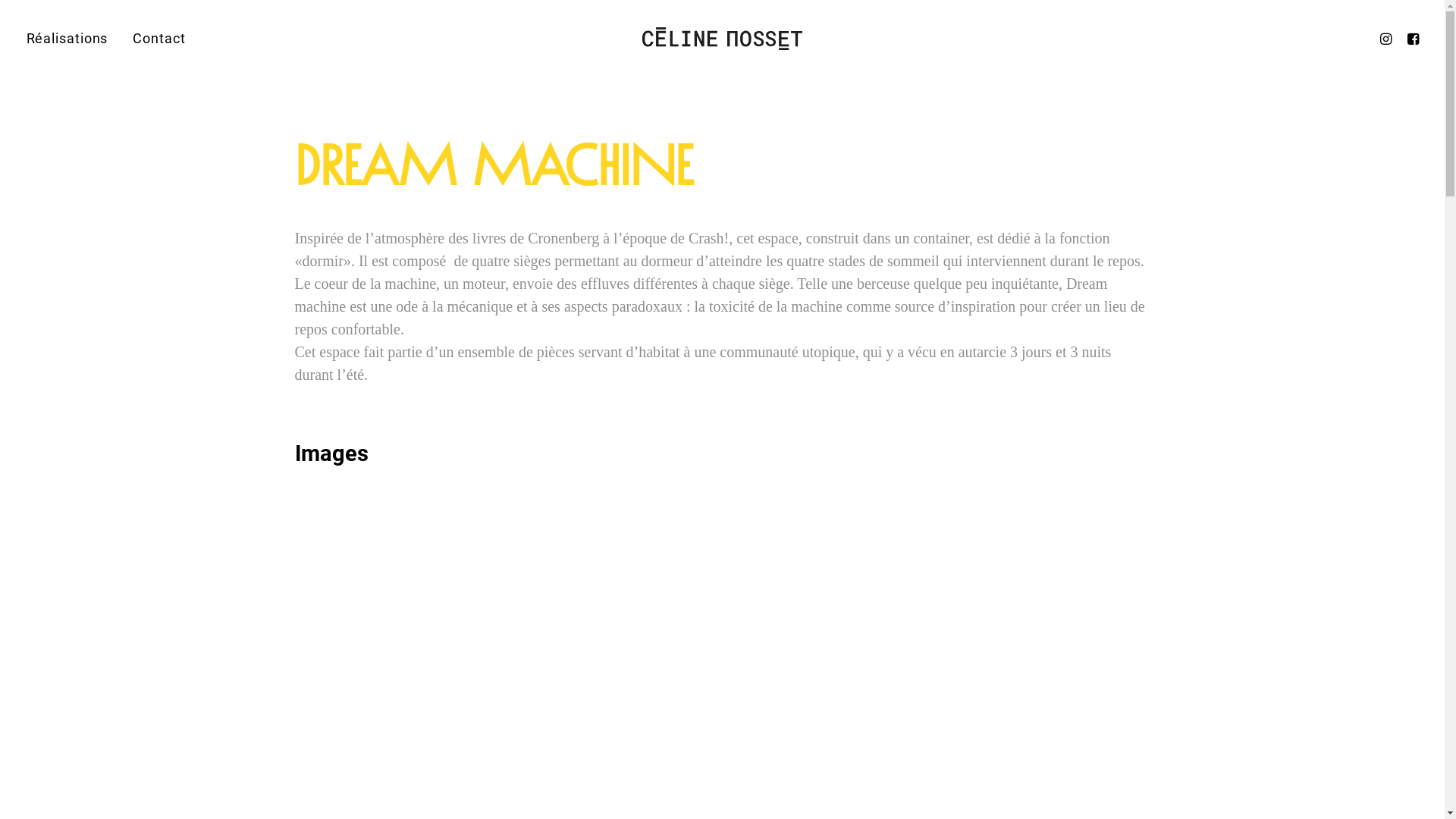 The image size is (1456, 819). Describe the element at coordinates (153, 37) in the screenshot. I see `'Contact'` at that location.